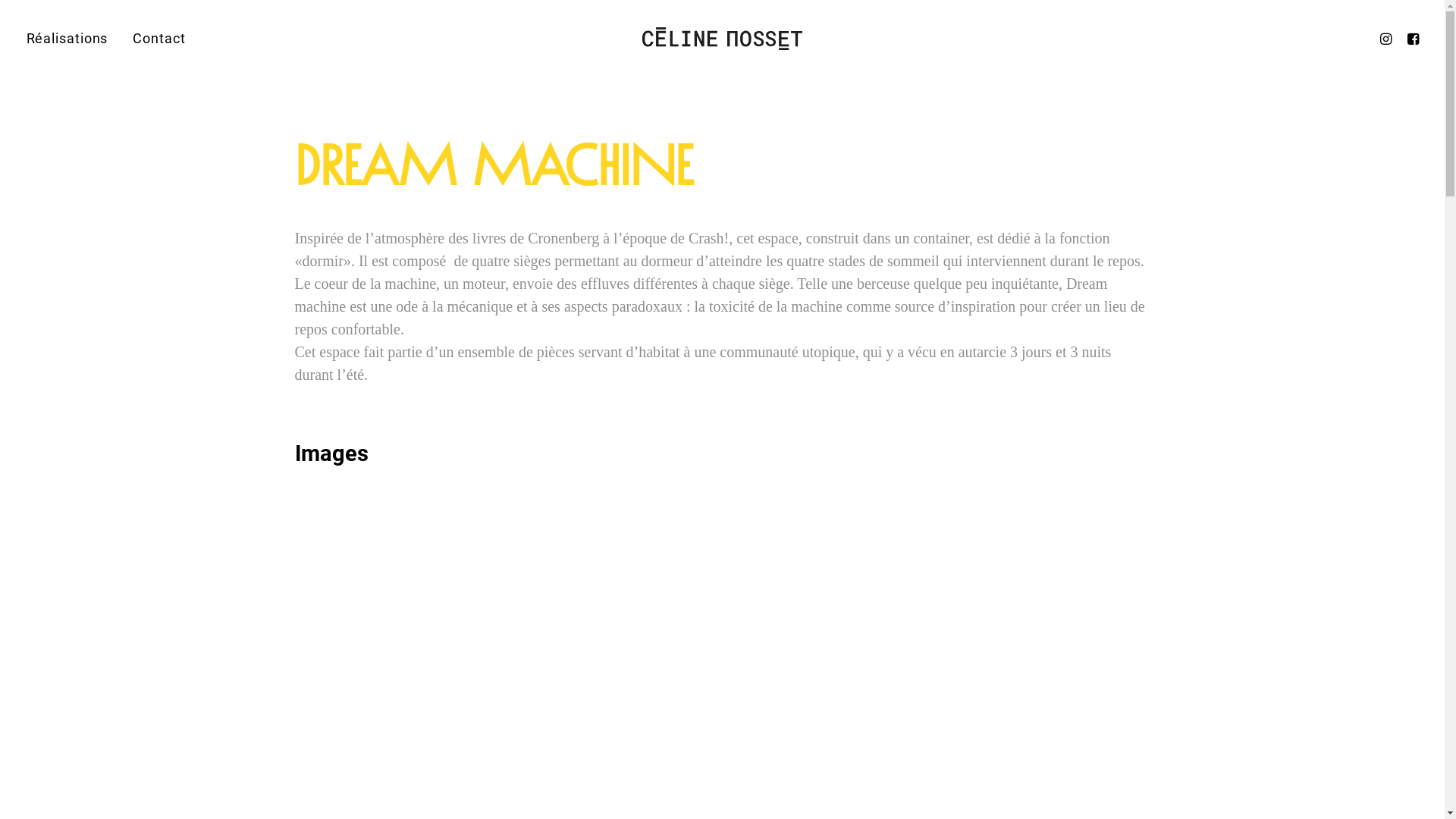 The image size is (1456, 819). Describe the element at coordinates (153, 37) in the screenshot. I see `'Contact'` at that location.